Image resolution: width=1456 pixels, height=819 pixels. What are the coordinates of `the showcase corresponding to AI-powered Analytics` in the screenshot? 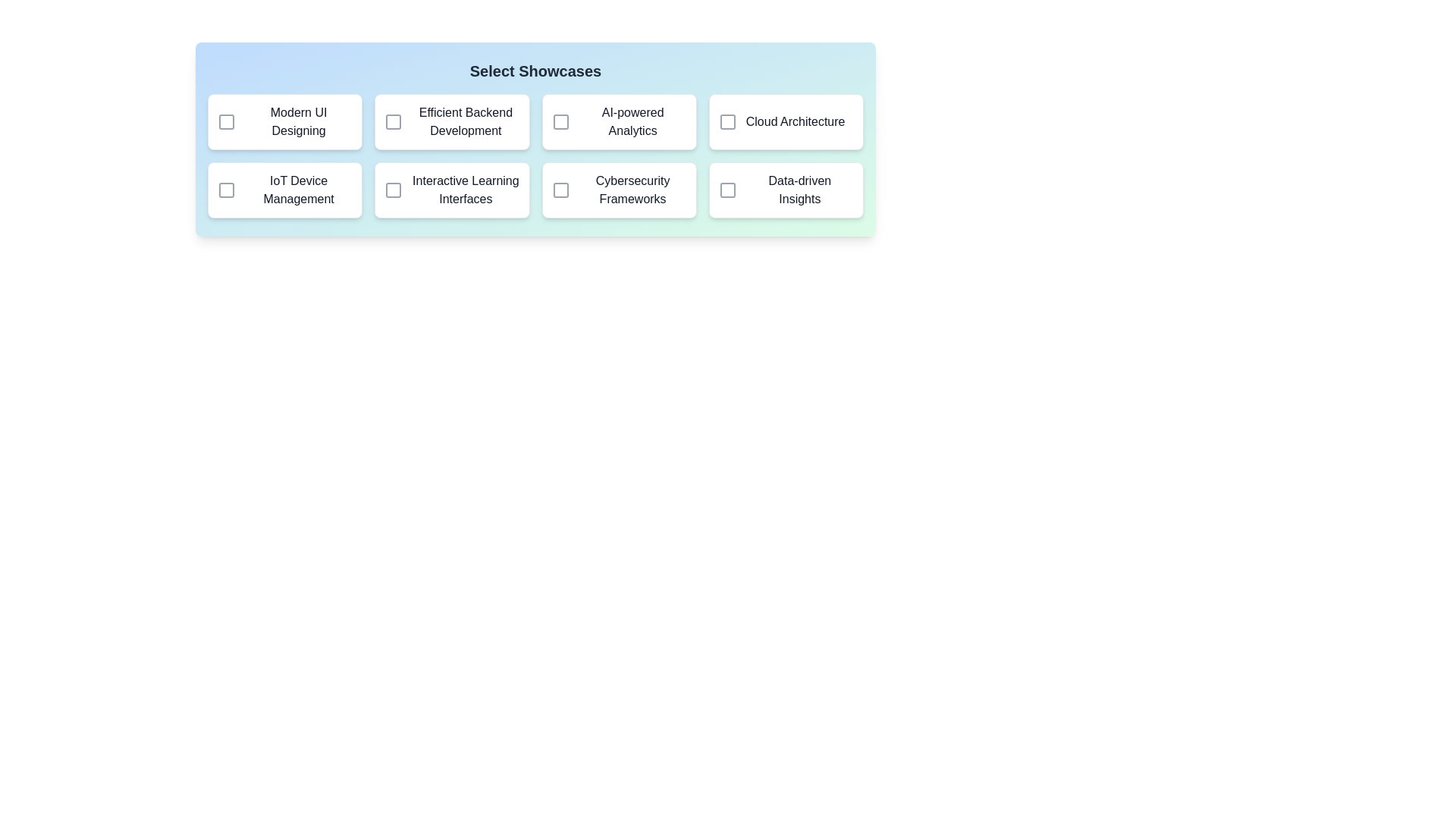 It's located at (560, 121).